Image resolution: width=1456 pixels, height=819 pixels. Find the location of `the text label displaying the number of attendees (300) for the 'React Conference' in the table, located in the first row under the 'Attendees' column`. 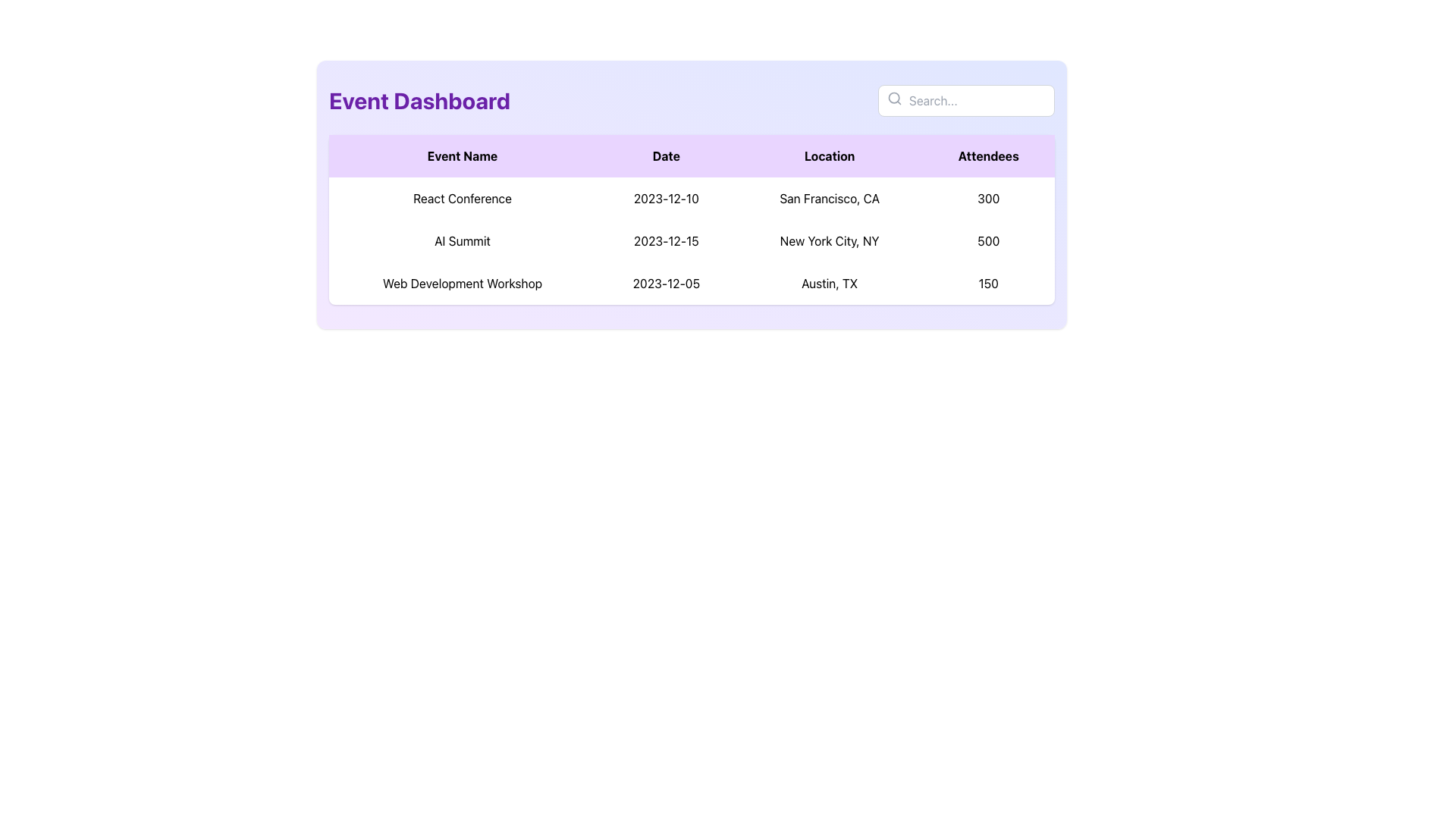

the text label displaying the number of attendees (300) for the 'React Conference' in the table, located in the first row under the 'Attendees' column is located at coordinates (988, 198).